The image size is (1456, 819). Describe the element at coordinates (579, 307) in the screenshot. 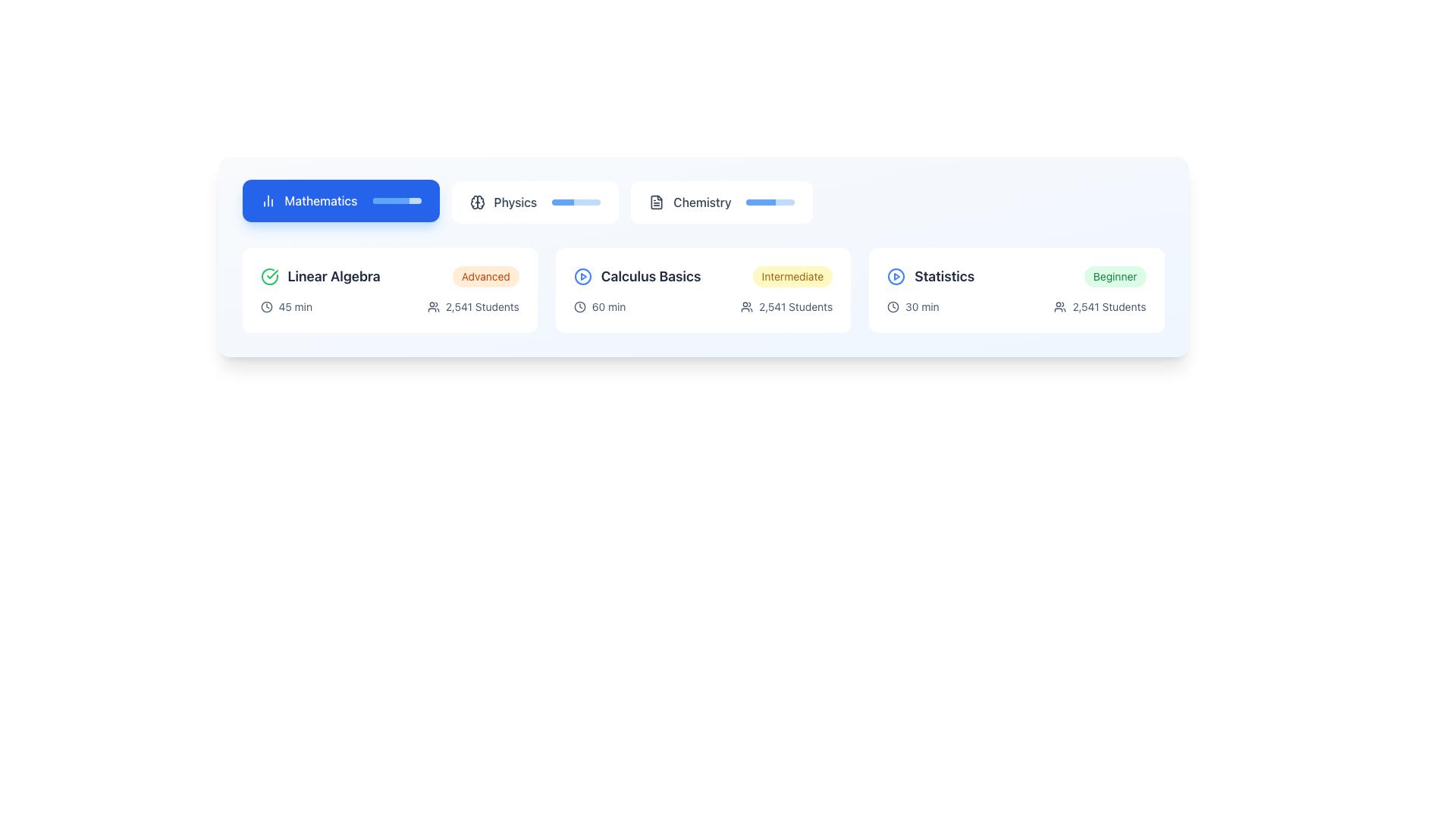

I see `the icon indicating the time duration for the course titled 'Calculus Basics, Intermediate', which is positioned to the left of the '60 min' text` at that location.